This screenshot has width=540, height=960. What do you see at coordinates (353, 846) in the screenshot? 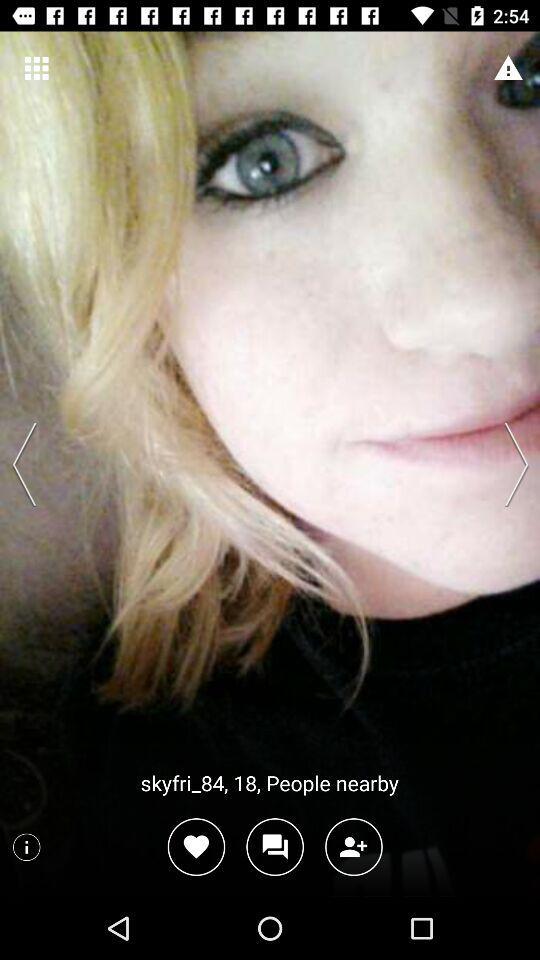
I see `the follow icon` at bounding box center [353, 846].